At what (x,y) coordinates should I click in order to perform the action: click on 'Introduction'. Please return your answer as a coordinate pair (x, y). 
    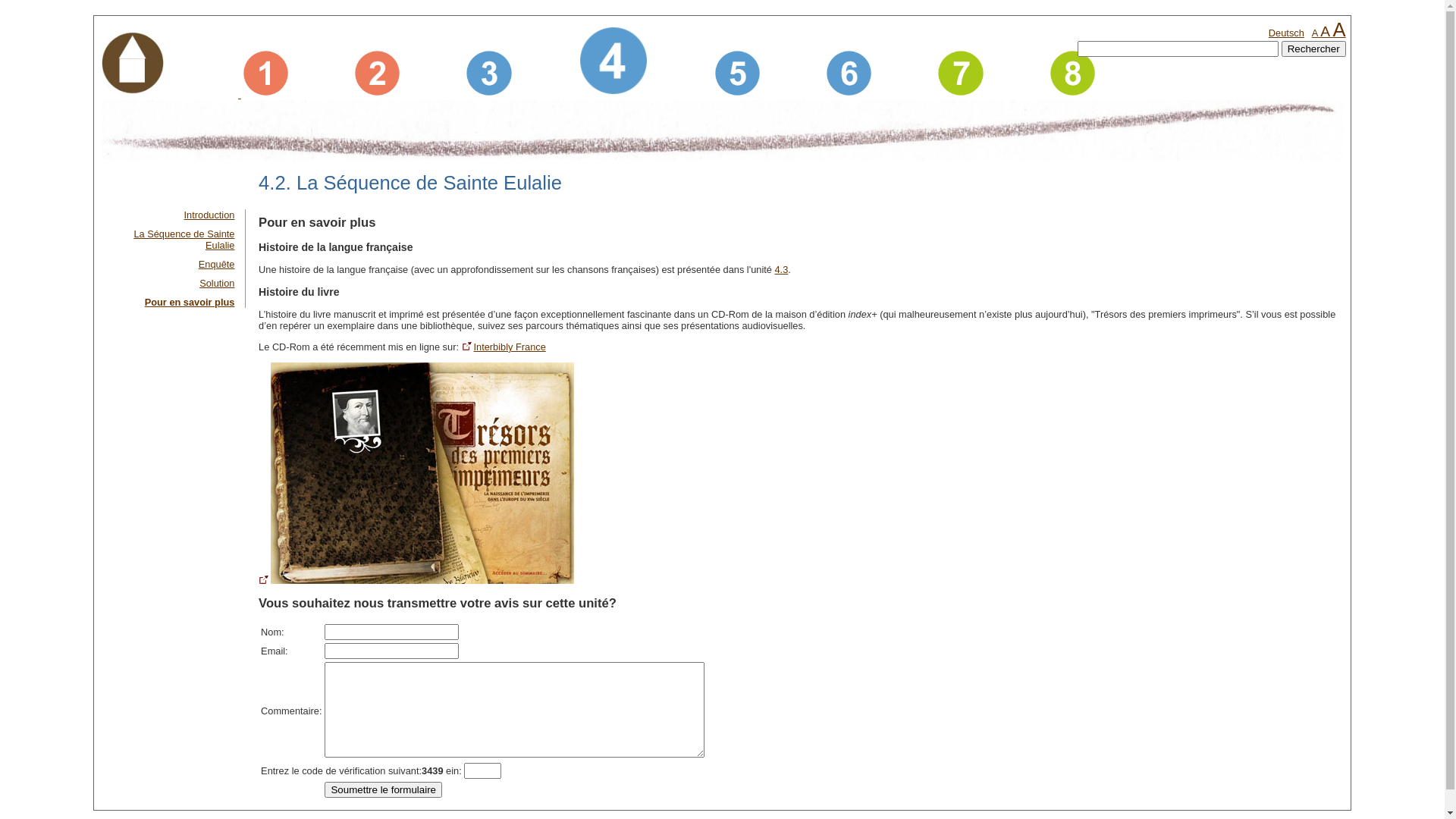
    Looking at the image, I should click on (209, 215).